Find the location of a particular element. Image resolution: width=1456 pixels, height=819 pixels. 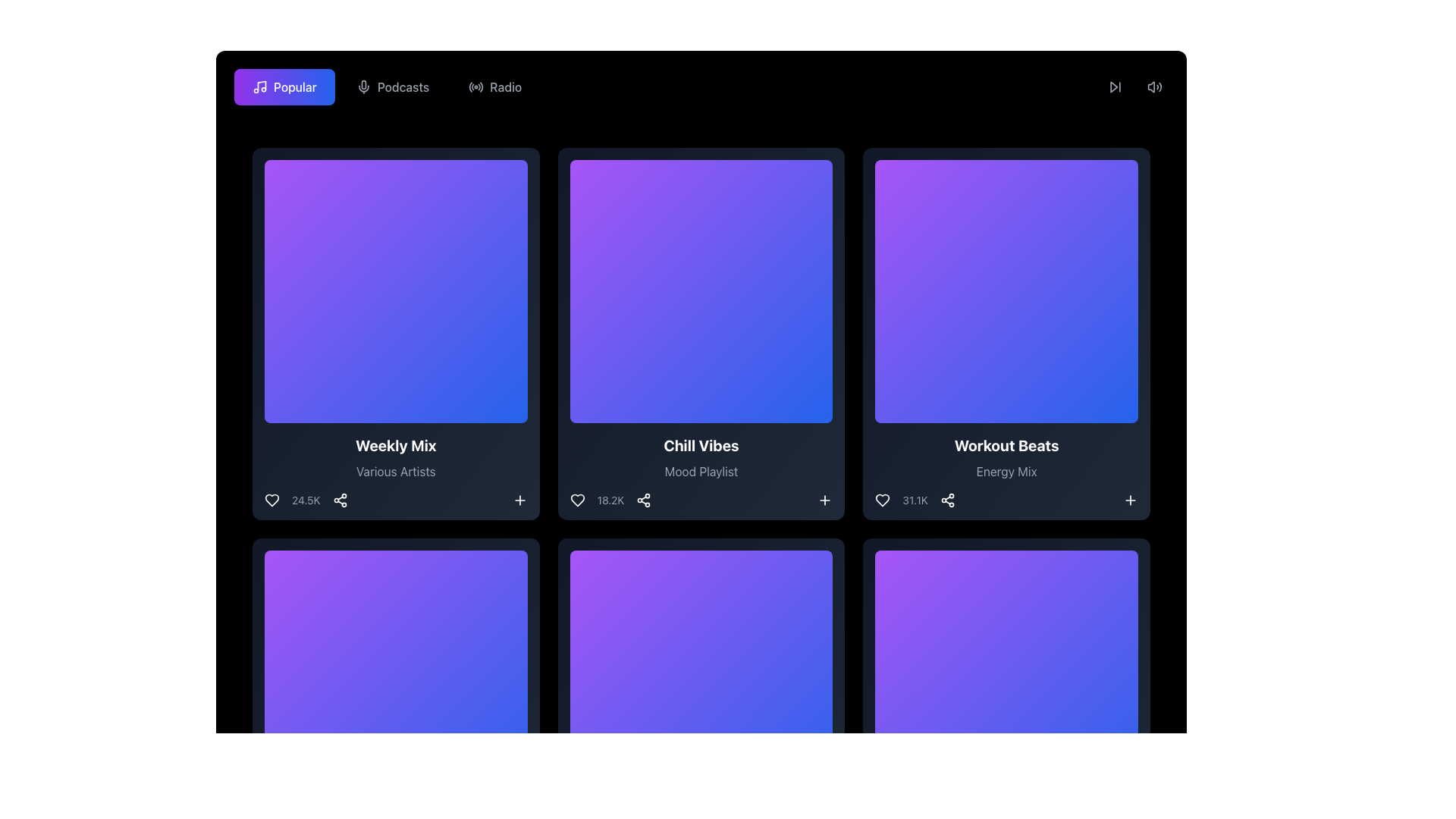

the arrow-like icon located near the top-right corner of the interface is located at coordinates (1113, 87).